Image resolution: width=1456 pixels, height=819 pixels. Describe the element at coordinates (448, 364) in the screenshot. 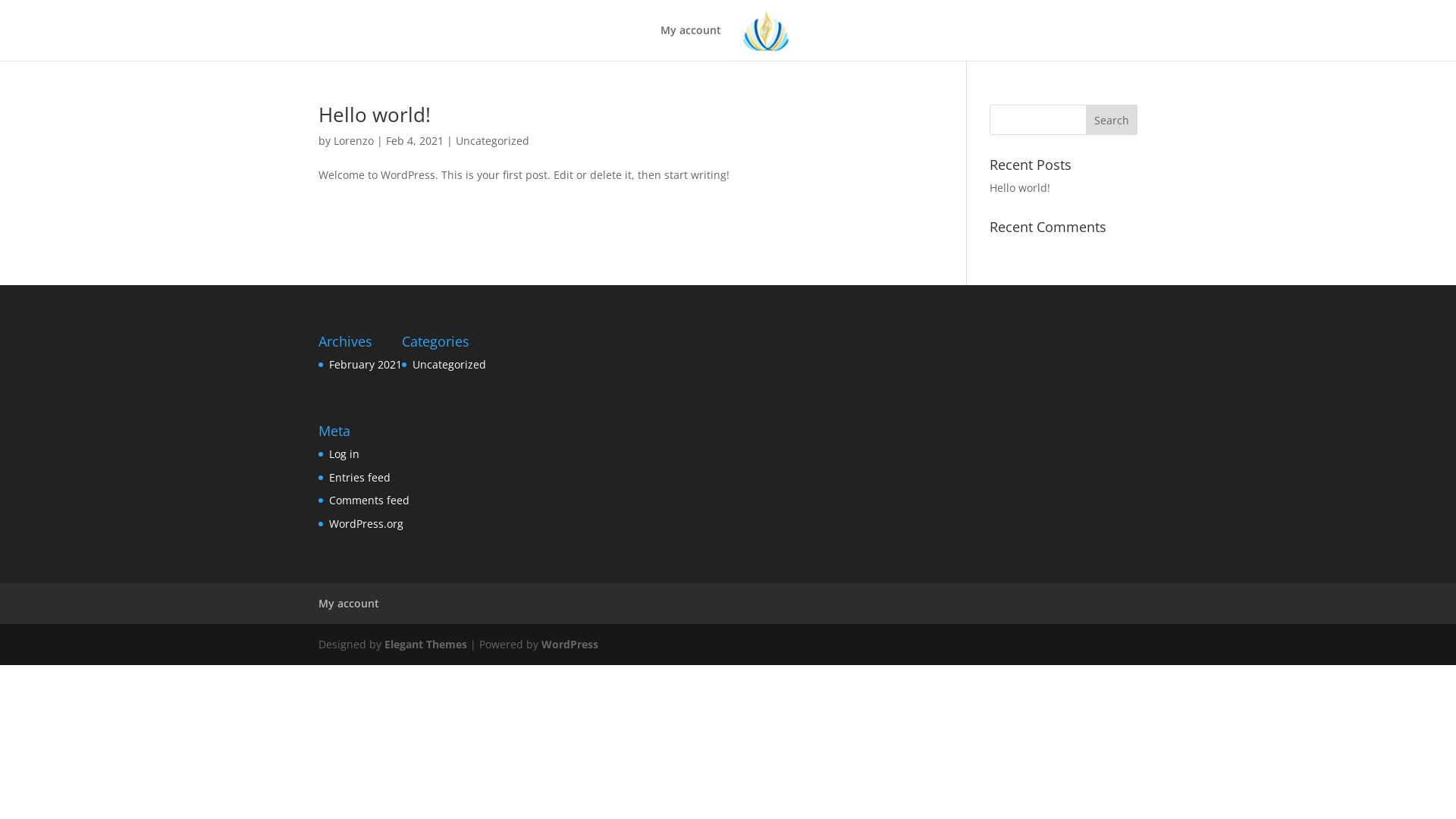

I see `'Uncategorized'` at that location.